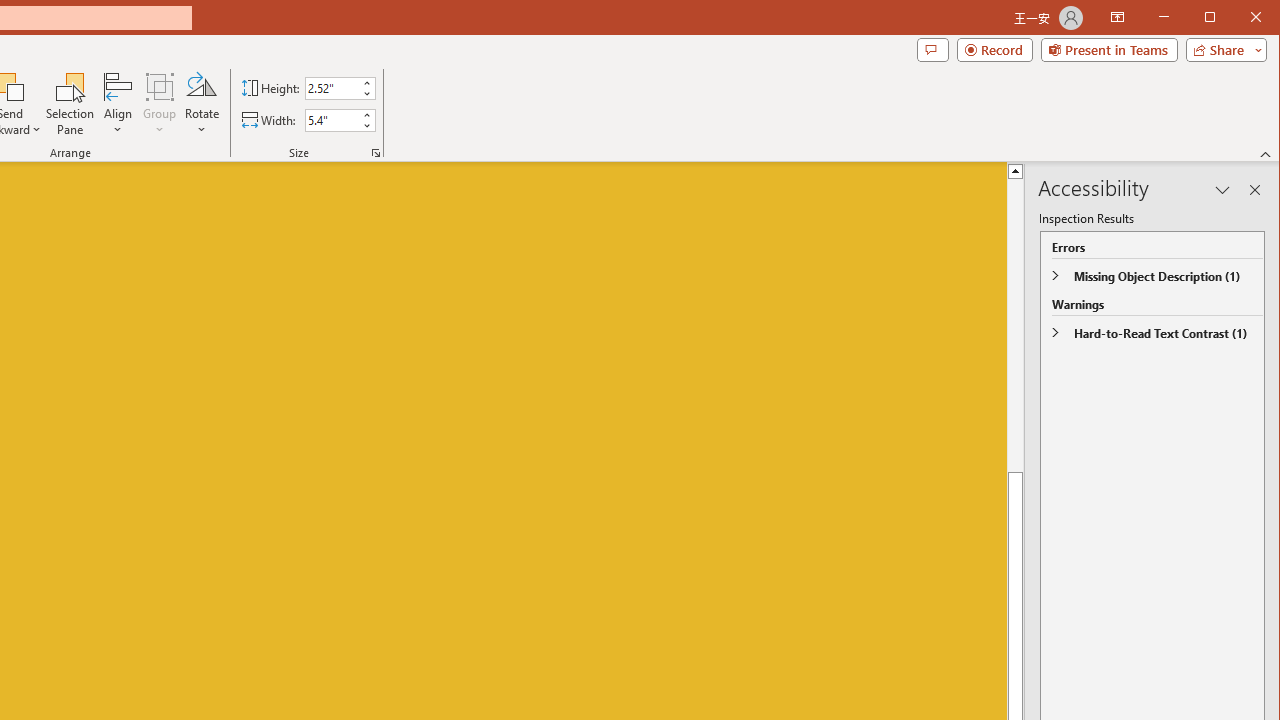 The height and width of the screenshot is (720, 1280). Describe the element at coordinates (201, 104) in the screenshot. I see `'Rotate'` at that location.